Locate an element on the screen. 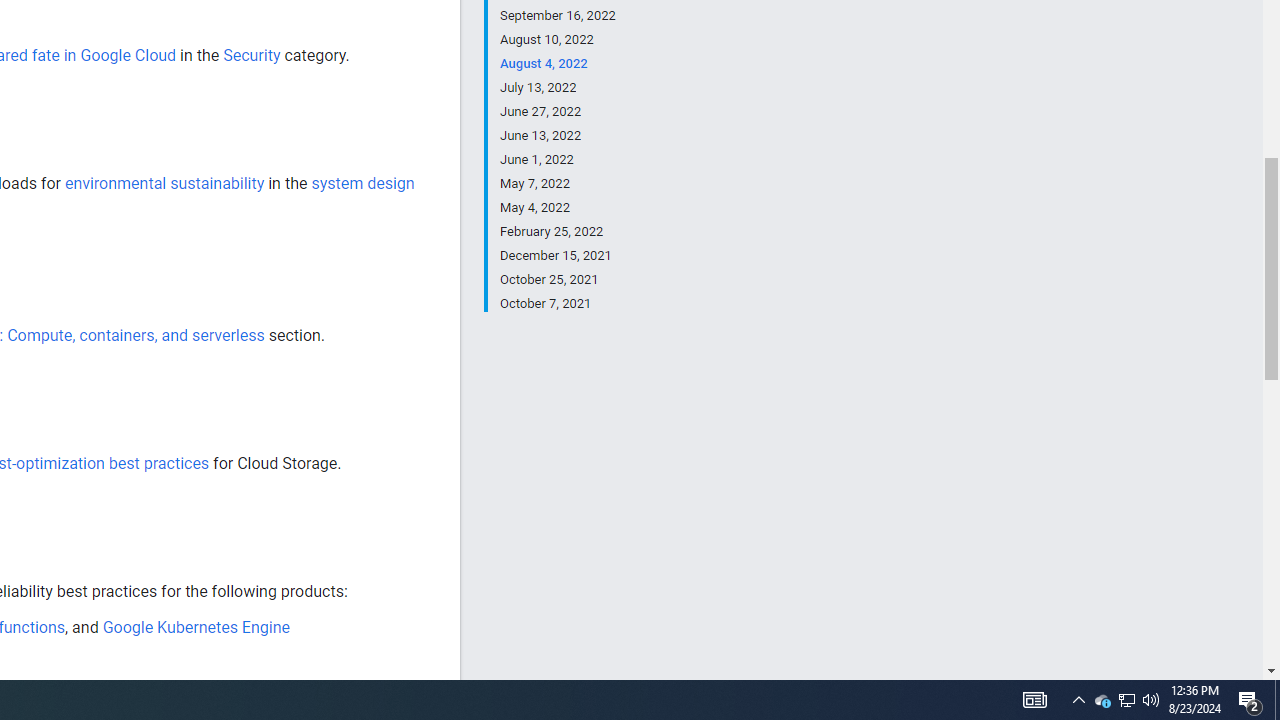  'December 15, 2021' is located at coordinates (557, 254).